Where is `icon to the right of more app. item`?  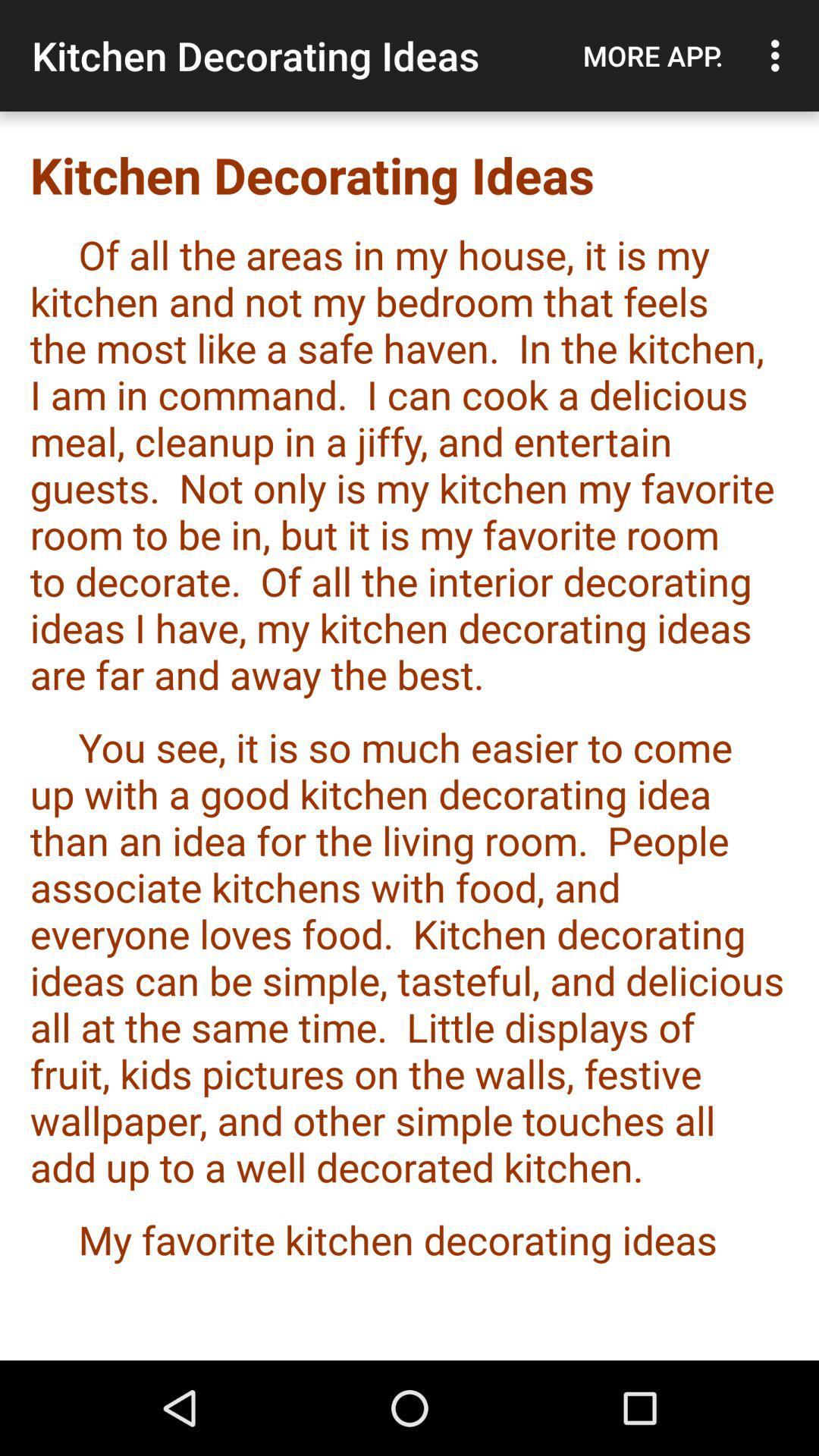 icon to the right of more app. item is located at coordinates (779, 55).